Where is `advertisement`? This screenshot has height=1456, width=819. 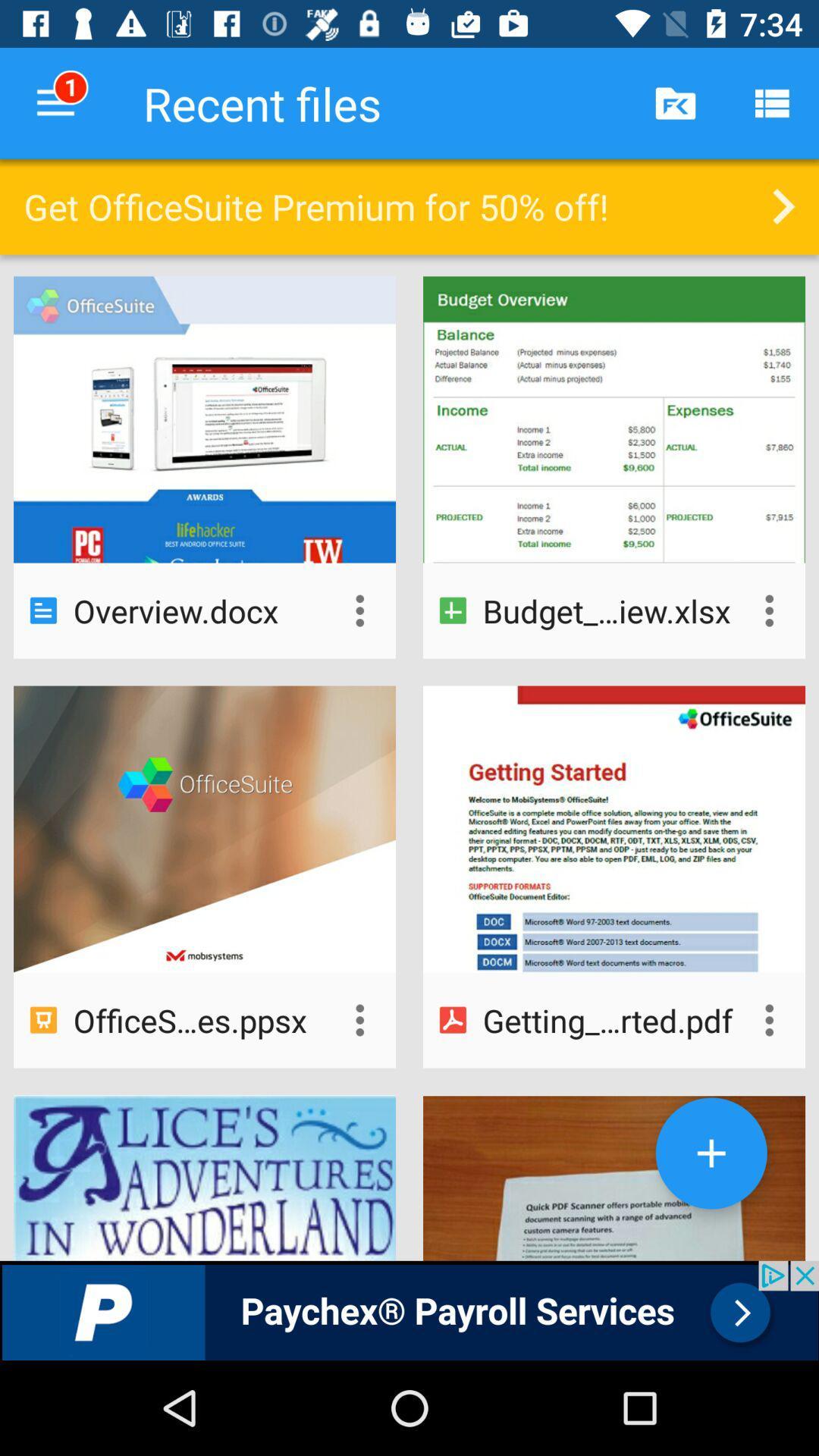 advertisement is located at coordinates (409, 1310).